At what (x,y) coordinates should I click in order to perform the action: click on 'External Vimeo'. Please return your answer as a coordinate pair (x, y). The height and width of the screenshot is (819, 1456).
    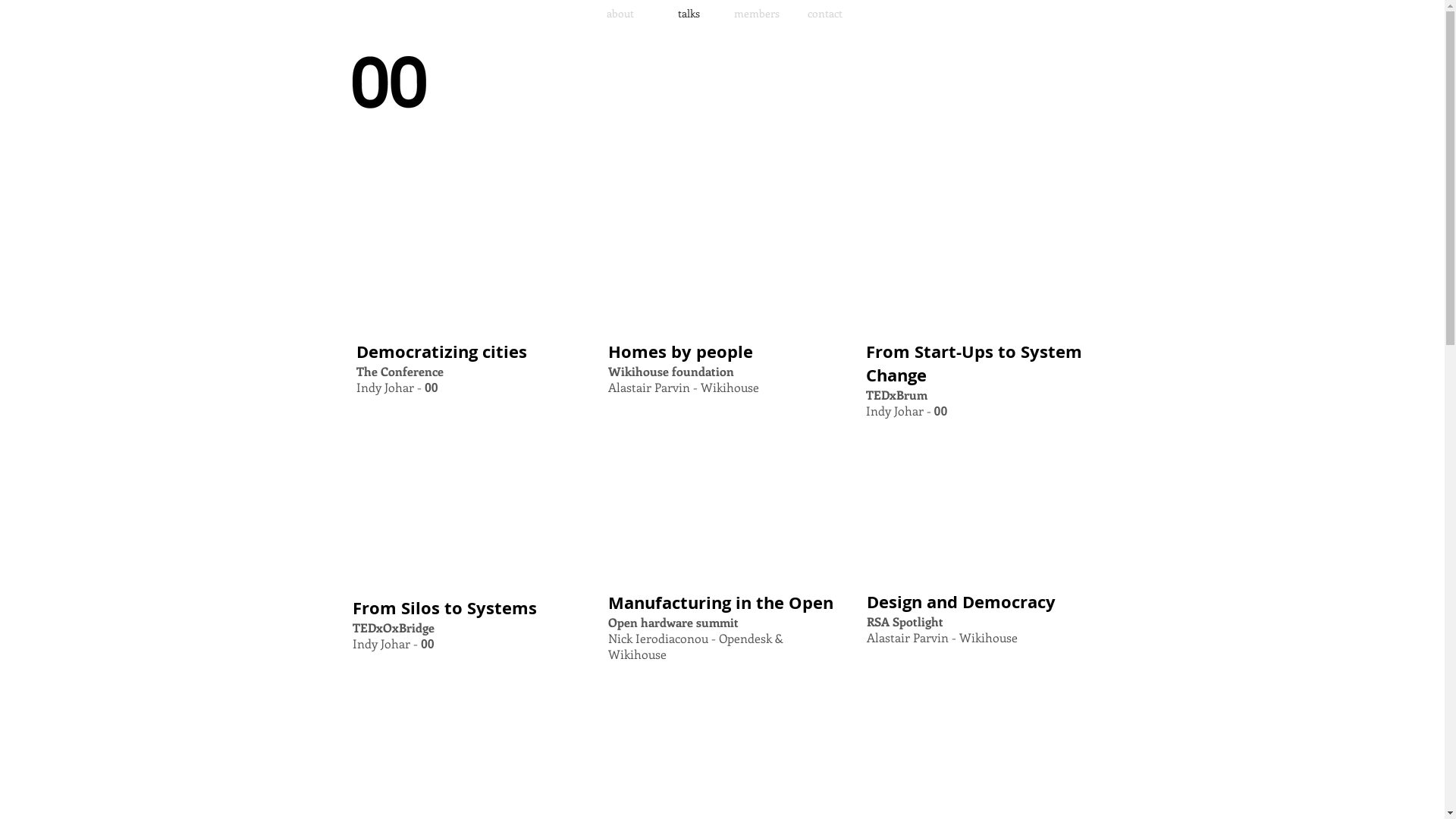
    Looking at the image, I should click on (720, 504).